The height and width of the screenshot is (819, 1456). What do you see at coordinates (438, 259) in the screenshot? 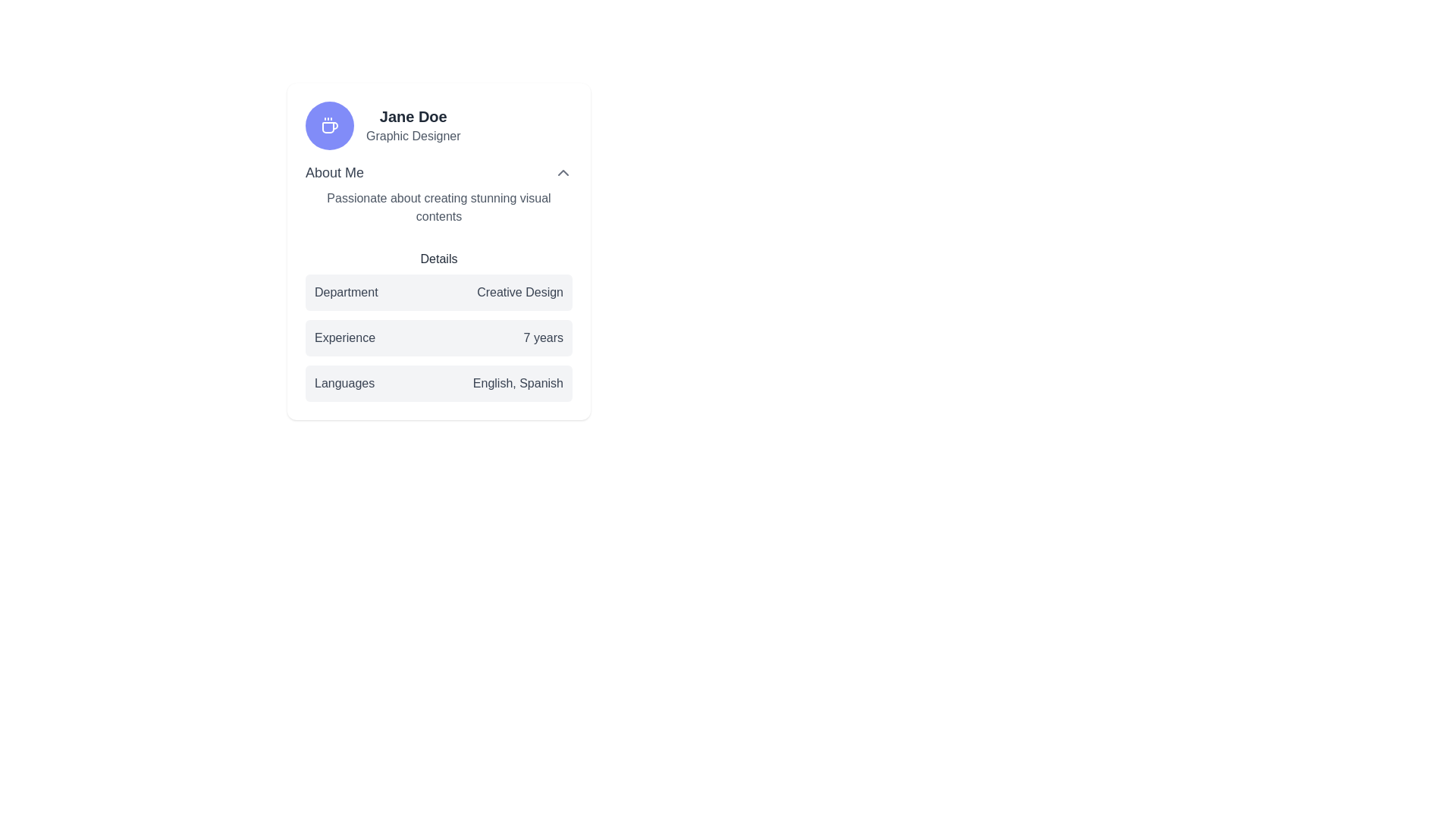
I see `the text element labeled 'Details'` at bounding box center [438, 259].